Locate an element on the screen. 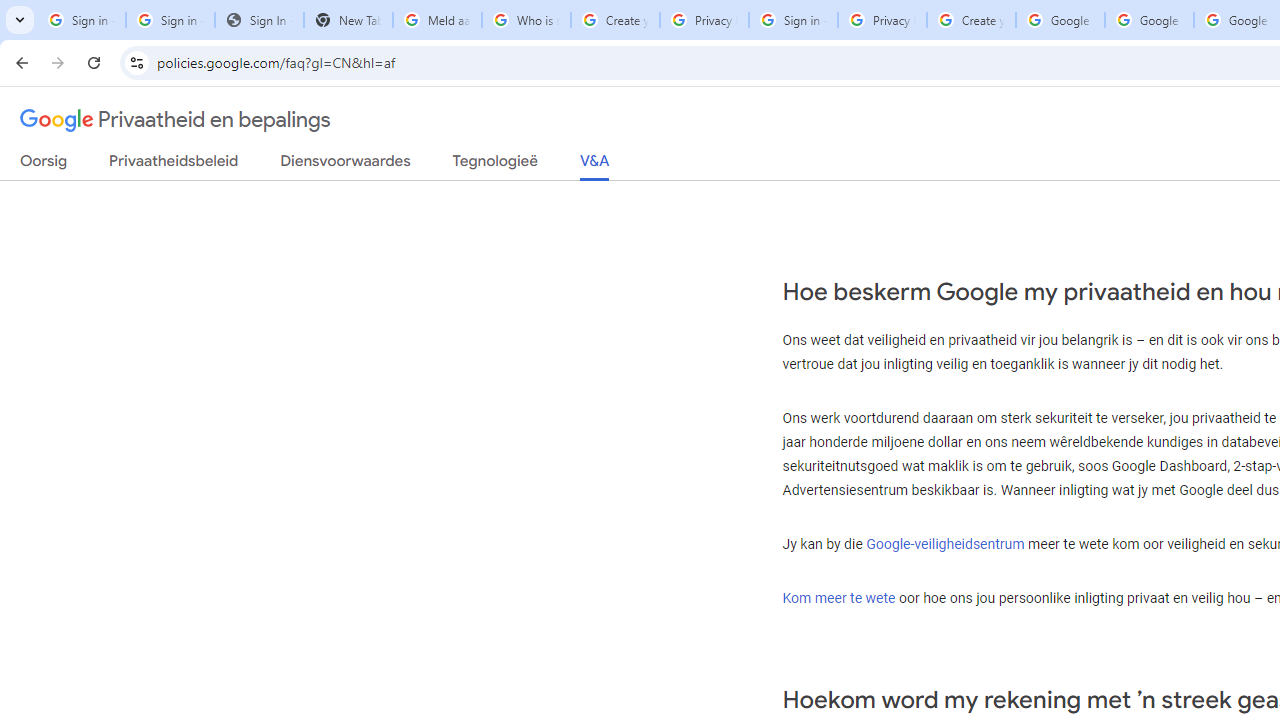  'New Tab' is located at coordinates (348, 20).